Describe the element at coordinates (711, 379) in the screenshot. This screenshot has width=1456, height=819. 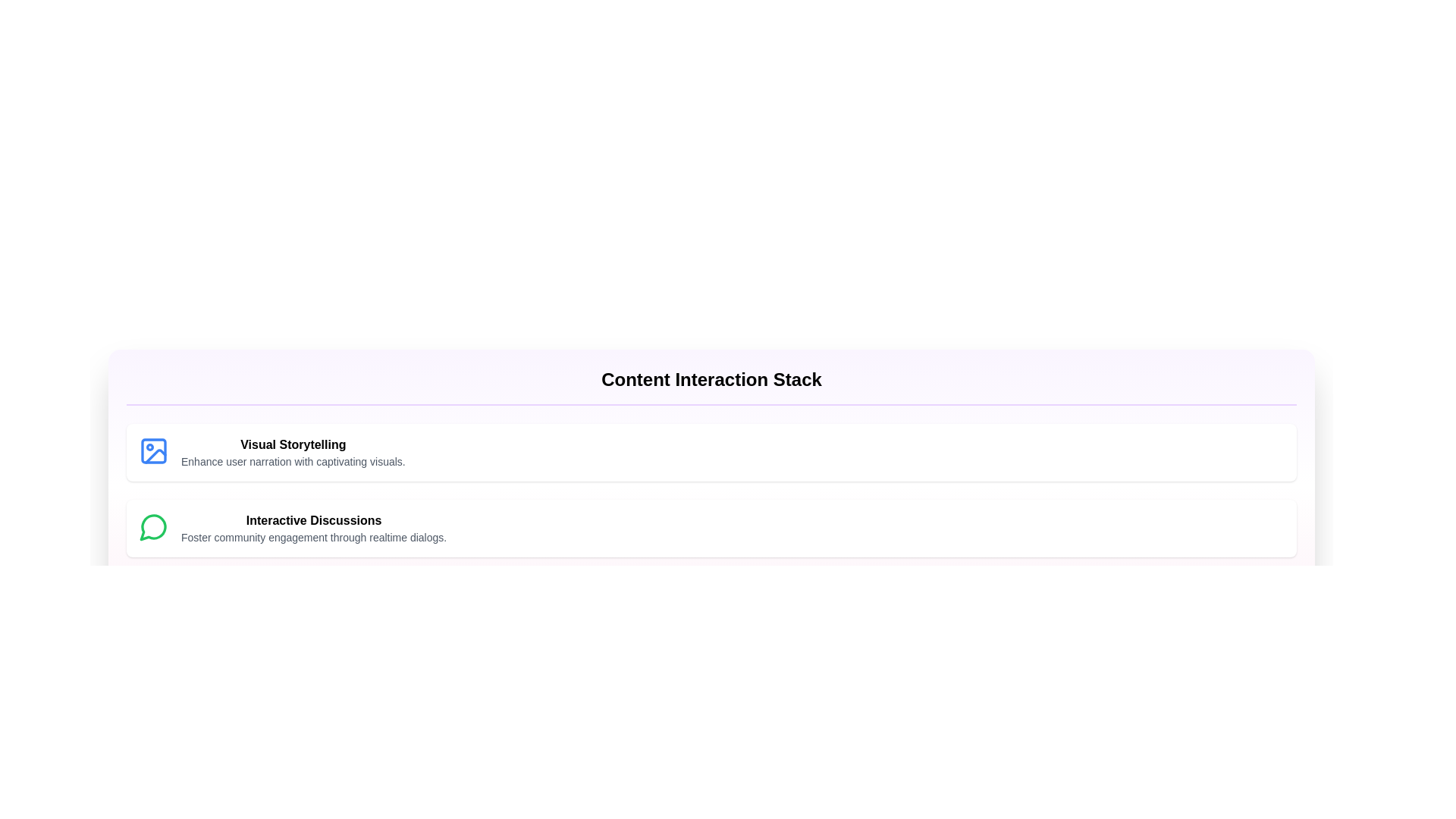
I see `the large, bold header text 'Content Interaction Stack' which is centrally positioned at the top of the section with black text on a white background` at that location.